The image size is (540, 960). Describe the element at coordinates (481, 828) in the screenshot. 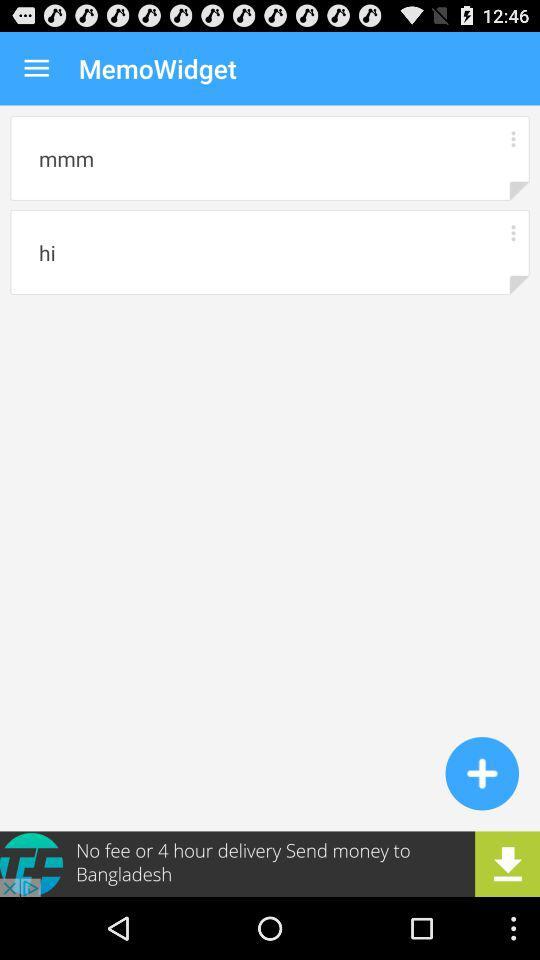

I see `the add icon` at that location.